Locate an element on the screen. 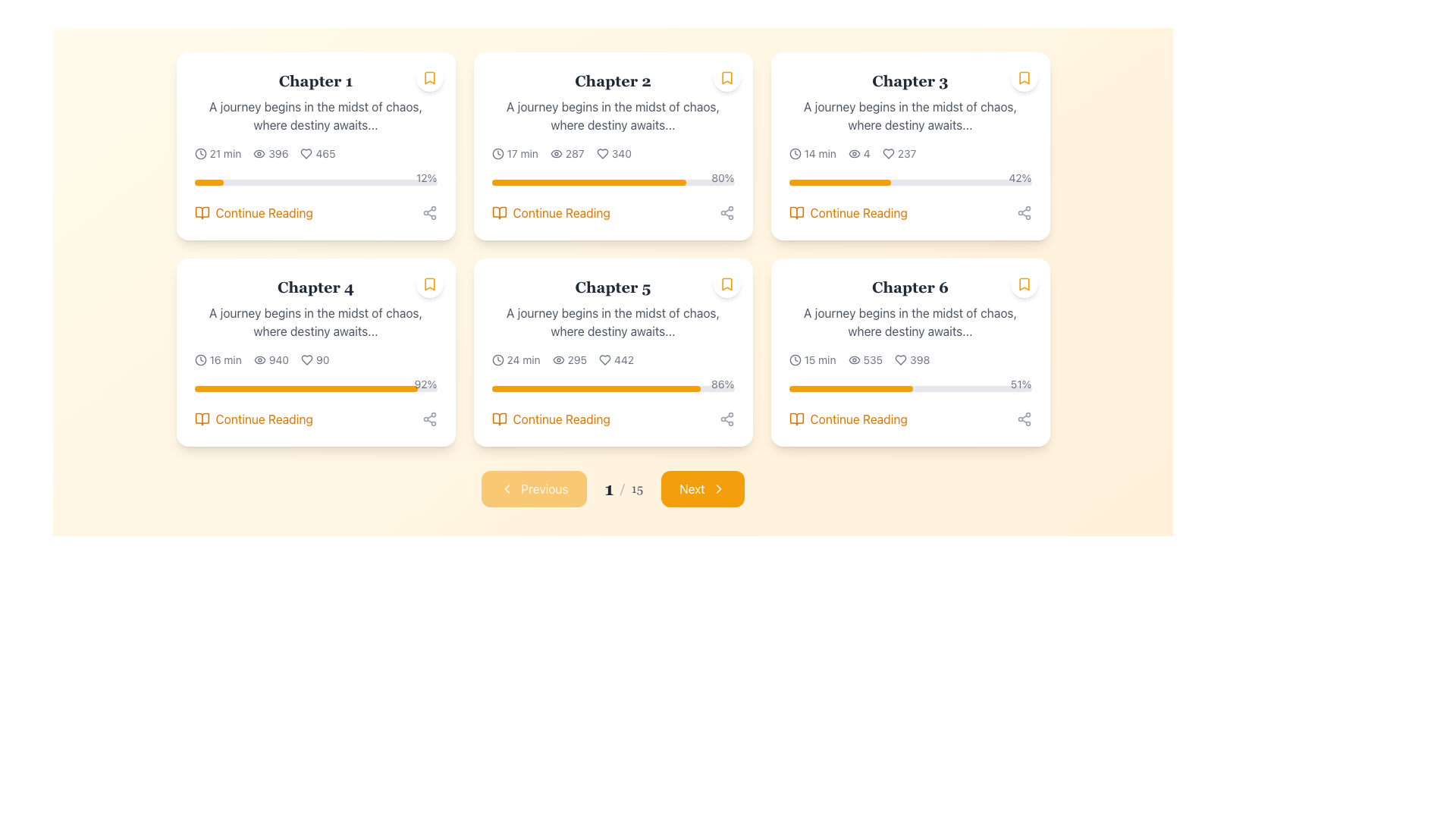 The width and height of the screenshot is (1456, 819). the filled segment of the progress bar indicating the completion of reading for 'Chapter 5', located at the bottom section of the corresponding card is located at coordinates (595, 388).